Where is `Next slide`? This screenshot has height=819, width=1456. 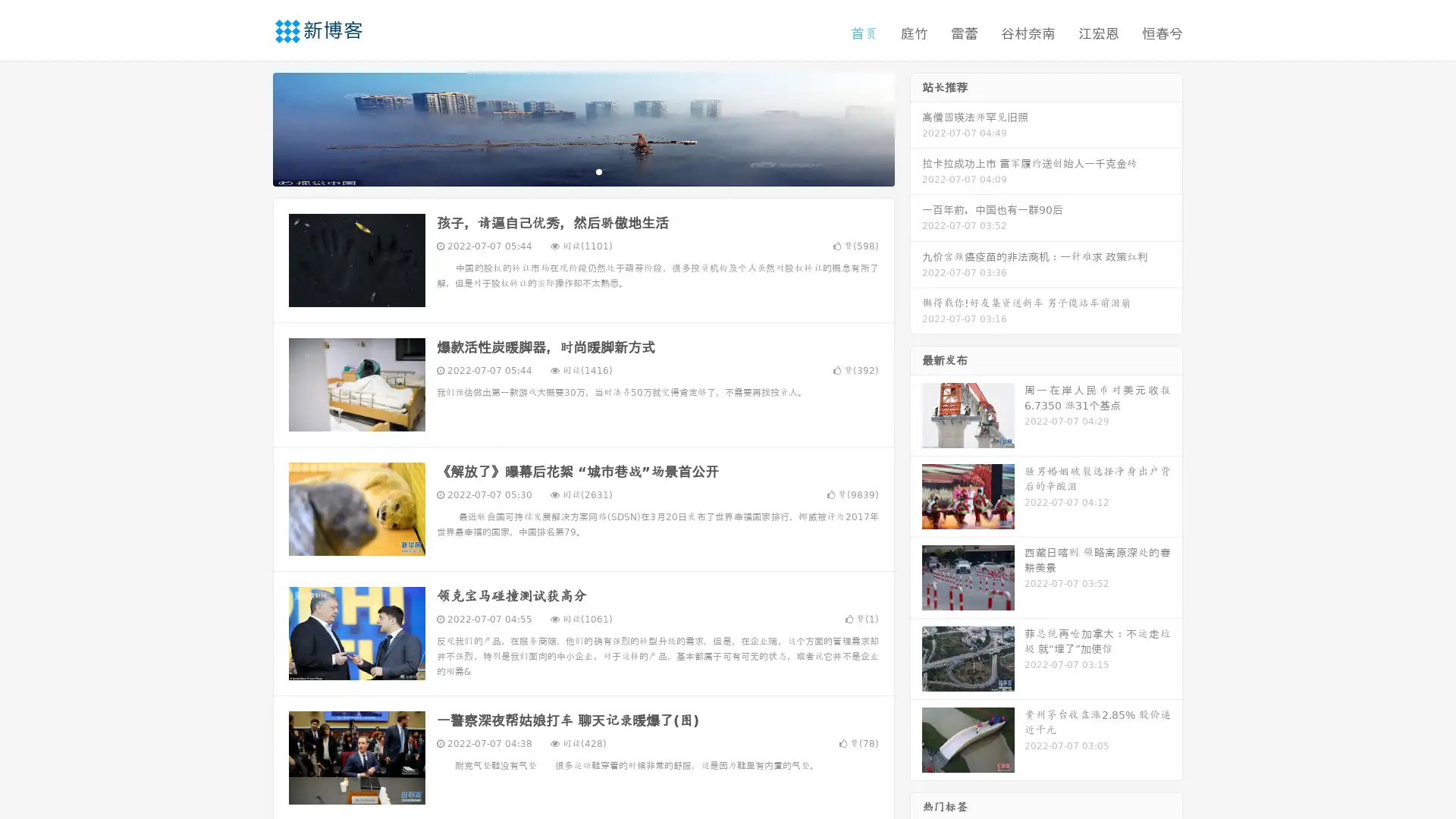
Next slide is located at coordinates (916, 127).